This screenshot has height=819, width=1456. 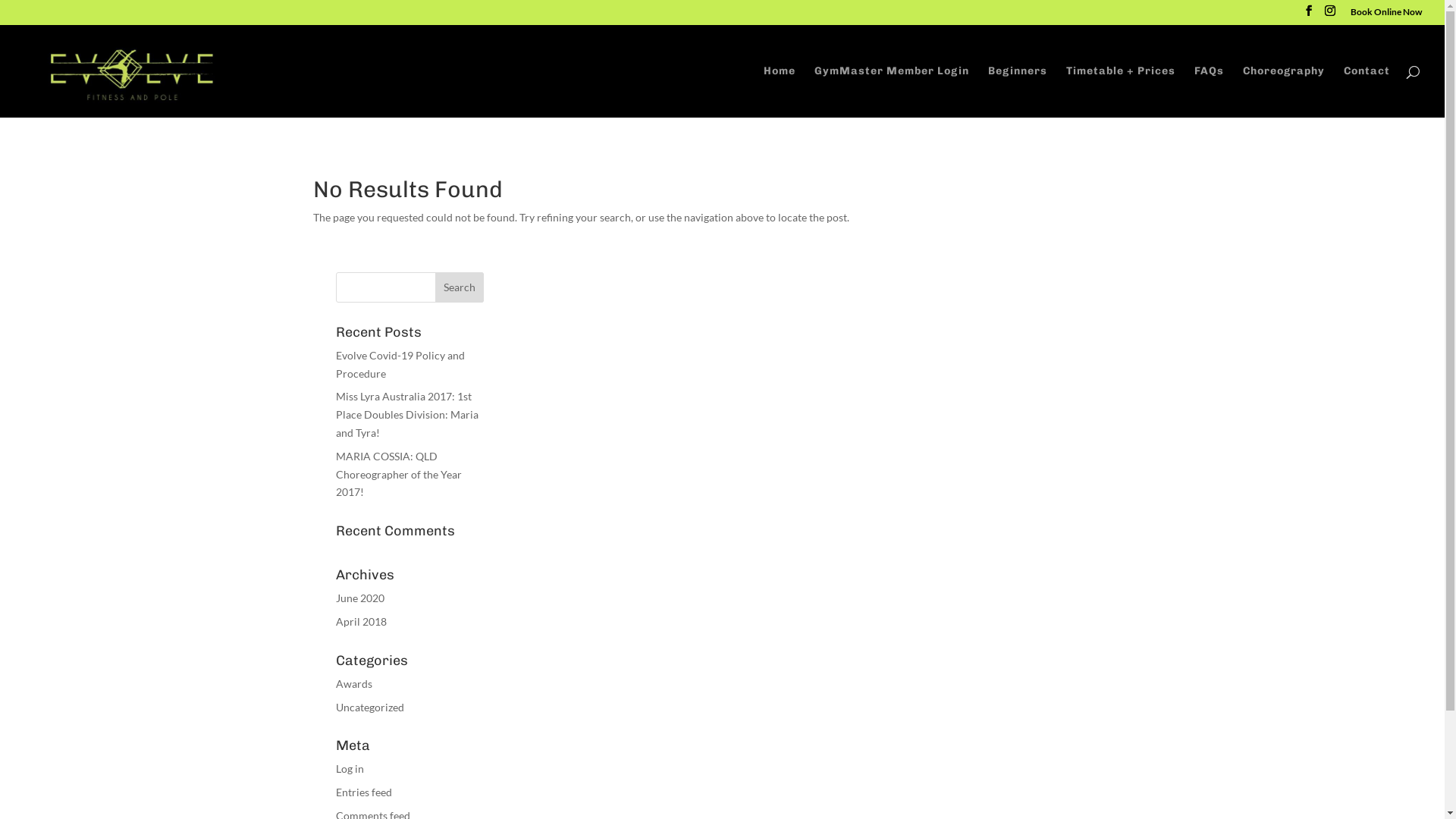 What do you see at coordinates (369, 707) in the screenshot?
I see `'Uncategorized'` at bounding box center [369, 707].